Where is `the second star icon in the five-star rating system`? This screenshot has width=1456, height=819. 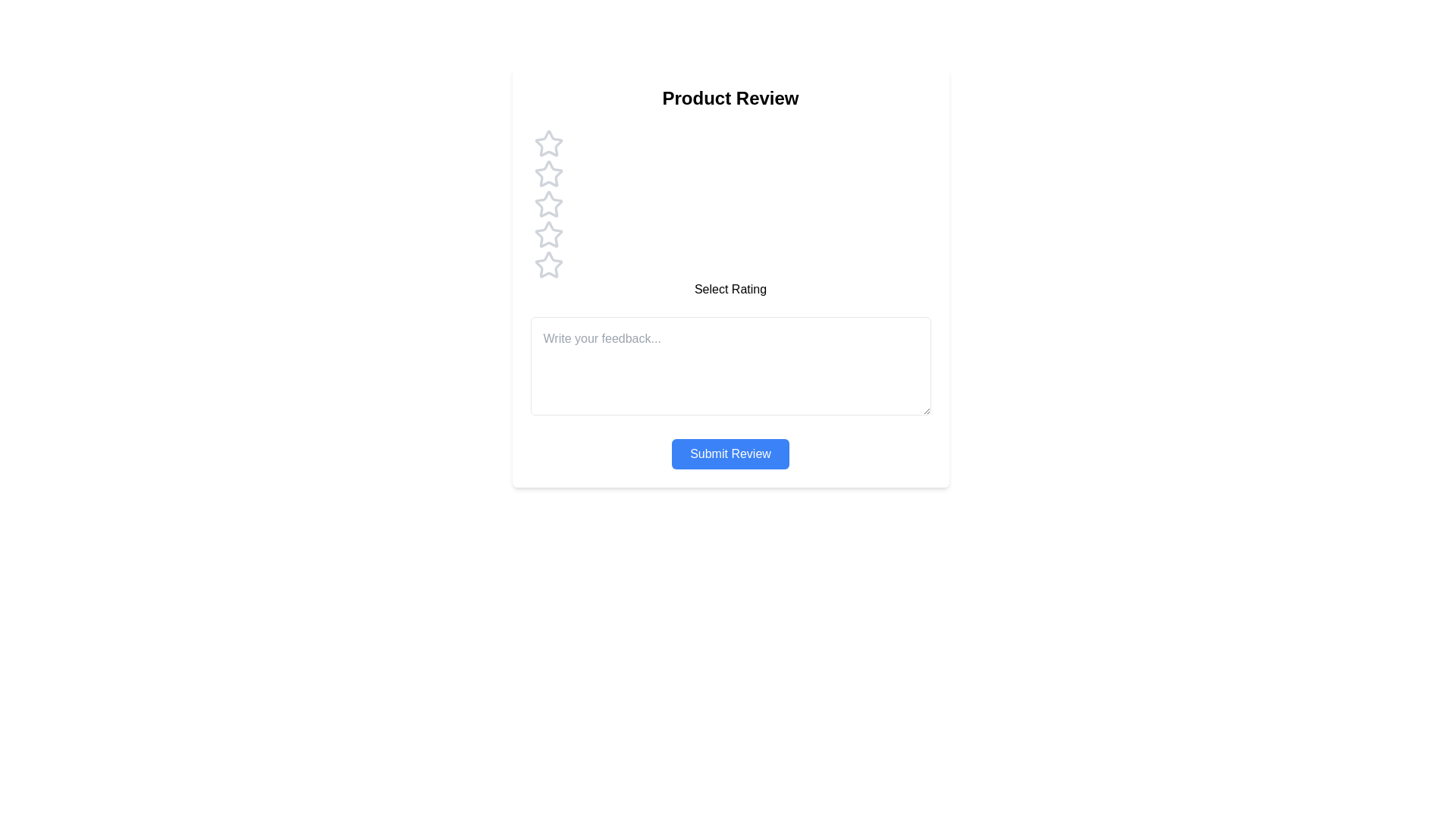
the second star icon in the five-star rating system is located at coordinates (548, 174).